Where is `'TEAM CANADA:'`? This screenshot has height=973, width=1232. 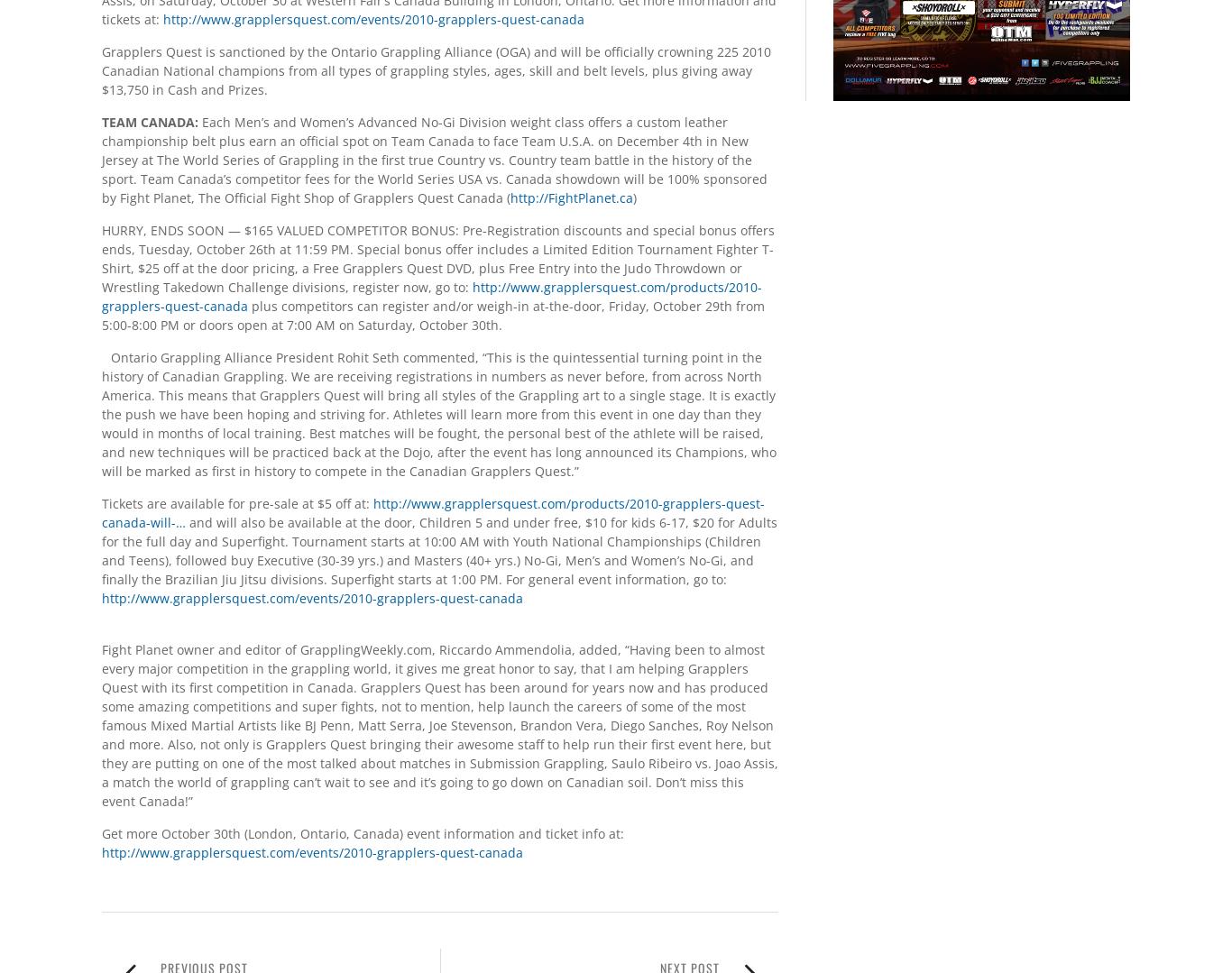
'TEAM CANADA:' is located at coordinates (151, 120).